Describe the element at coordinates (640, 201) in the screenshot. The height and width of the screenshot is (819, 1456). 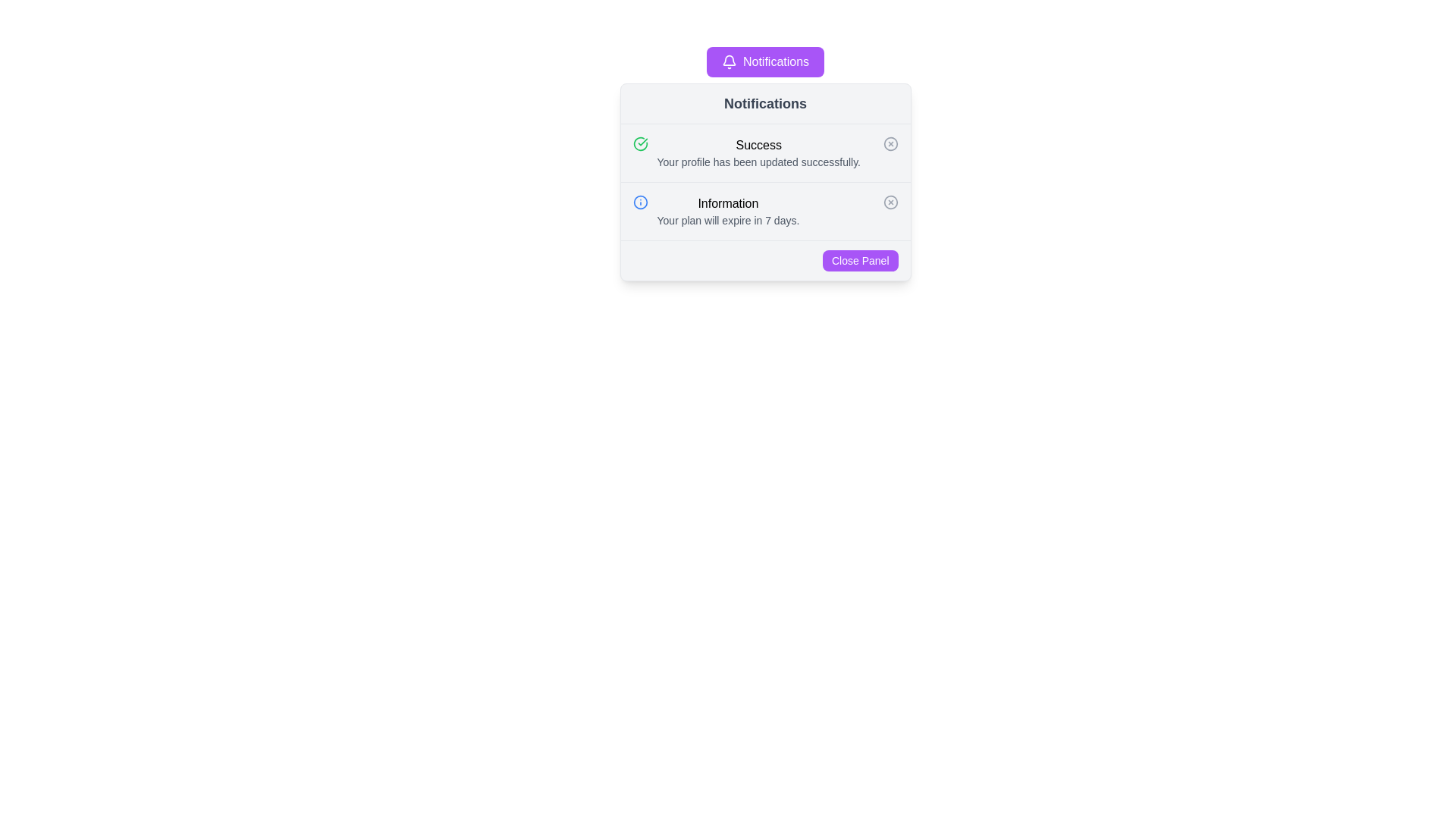
I see `the information icon, which is a blue circular outline with a lowercase 'i' in the center, located next to the text 'Information' in the second notification of the panel` at that location.